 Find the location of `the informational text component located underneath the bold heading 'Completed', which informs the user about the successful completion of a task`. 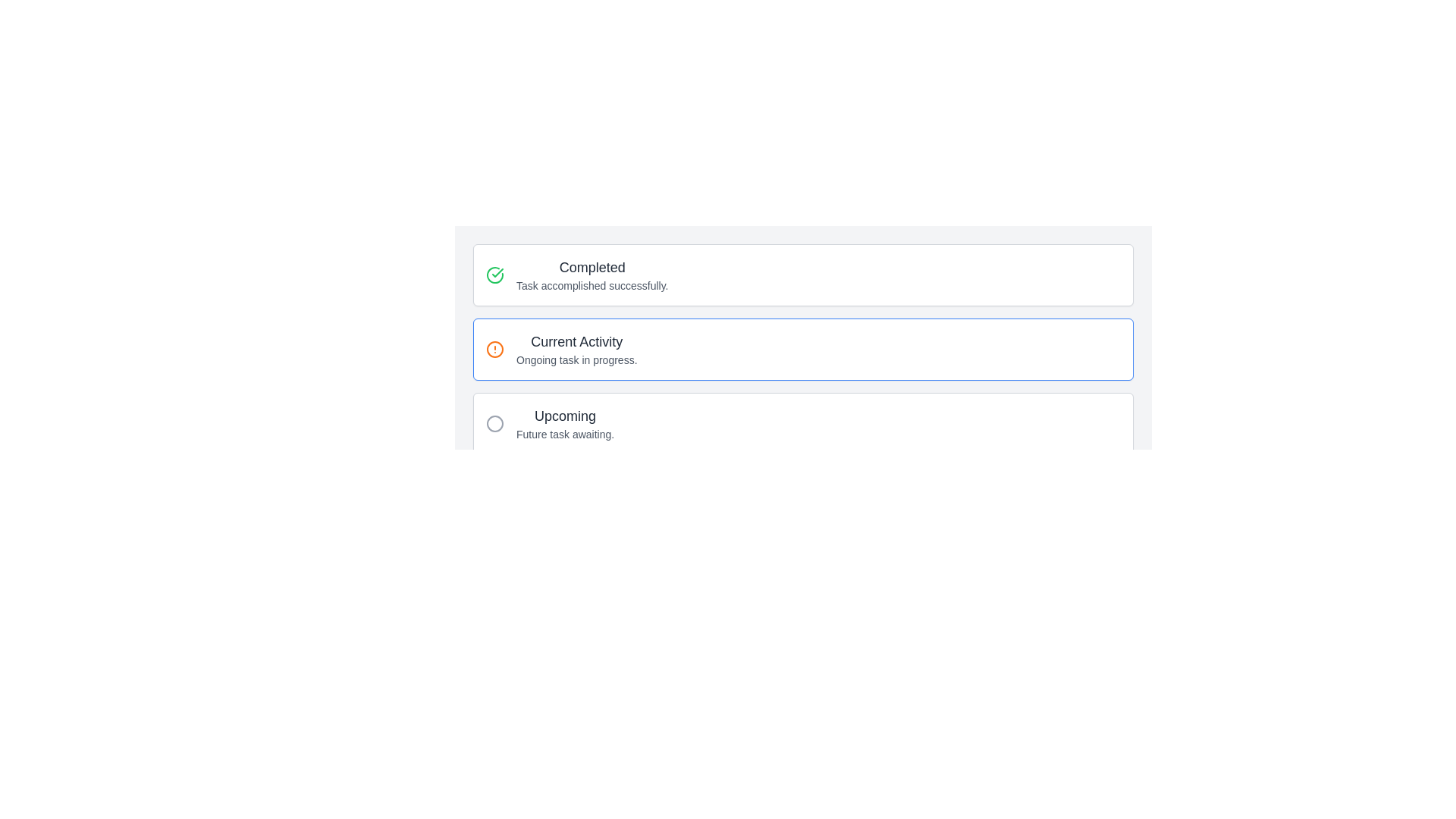

the informational text component located underneath the bold heading 'Completed', which informs the user about the successful completion of a task is located at coordinates (591, 286).